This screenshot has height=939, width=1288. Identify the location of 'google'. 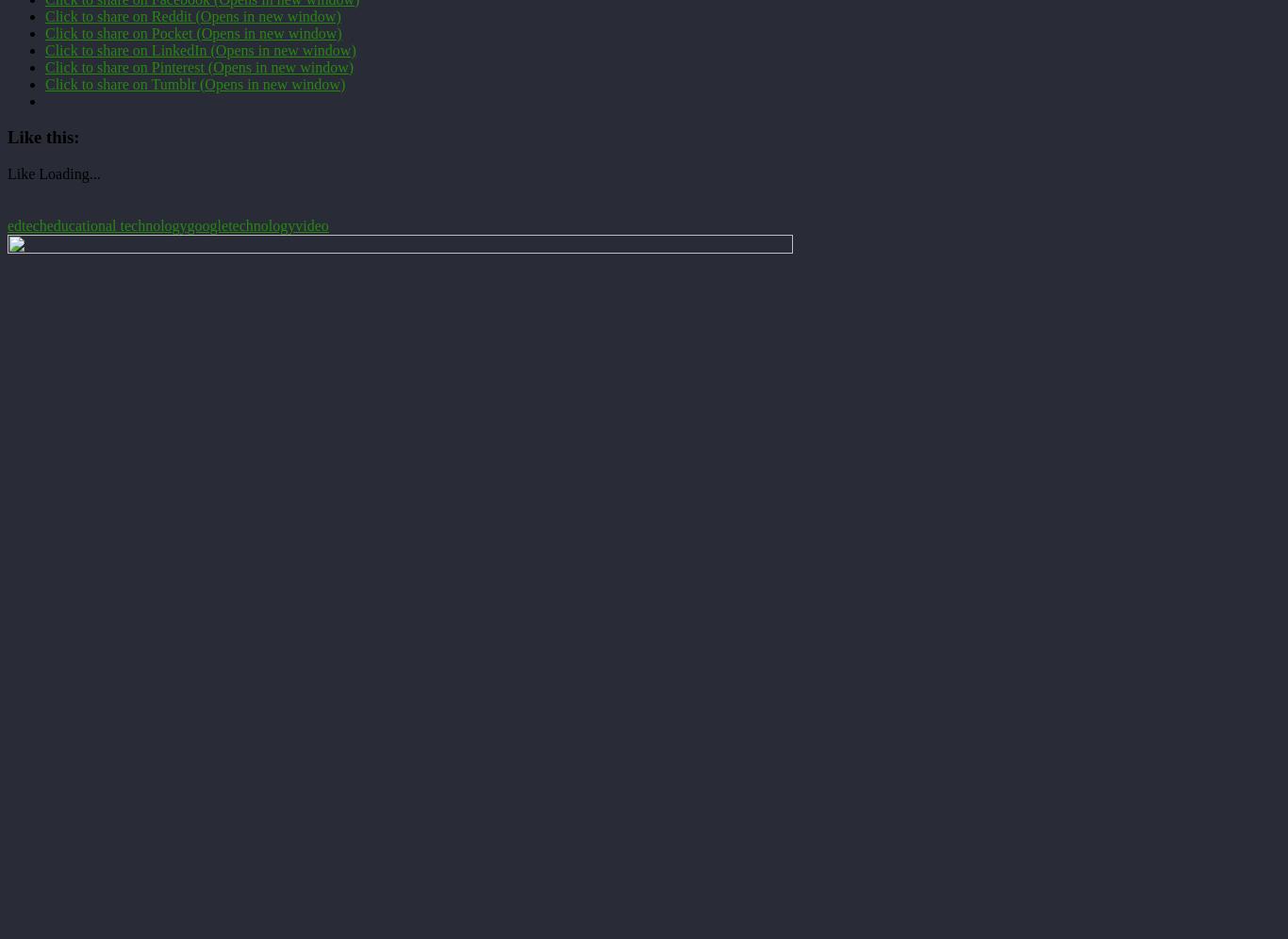
(206, 224).